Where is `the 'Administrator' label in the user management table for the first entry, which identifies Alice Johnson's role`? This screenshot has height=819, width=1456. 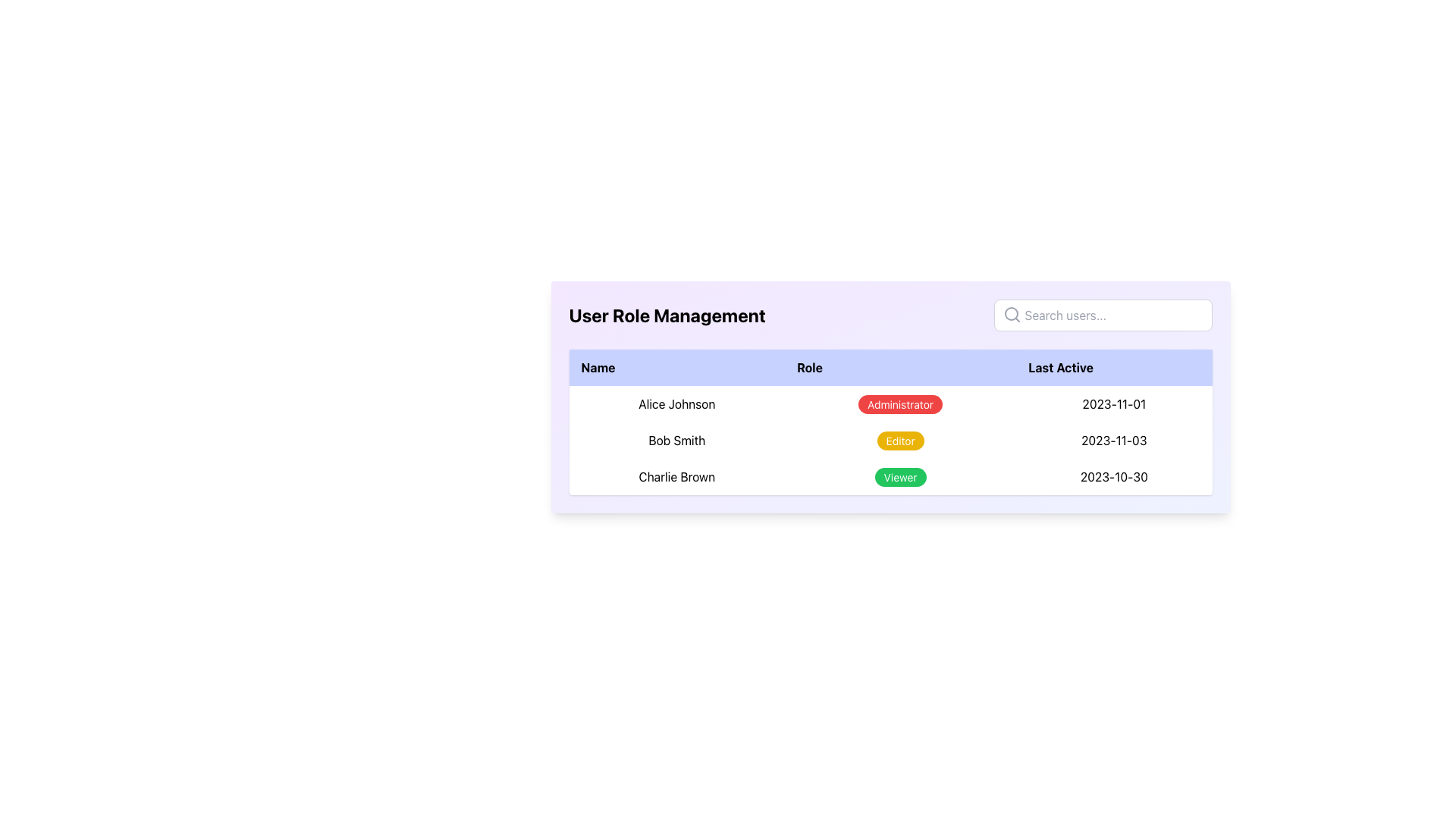 the 'Administrator' label in the user management table for the first entry, which identifies Alice Johnson's role is located at coordinates (900, 403).